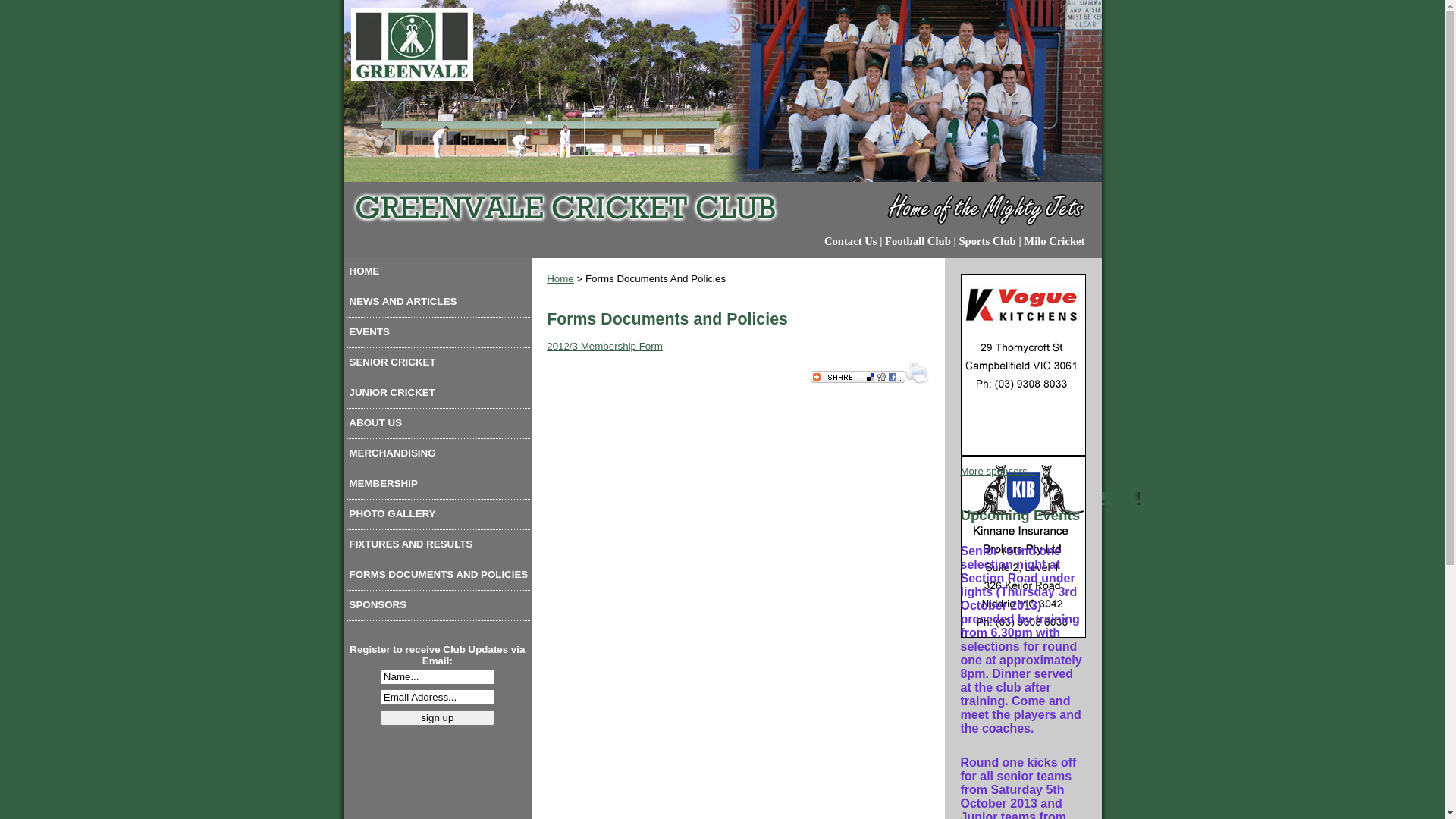 The width and height of the screenshot is (1456, 819). I want to click on 'EVENTS', so click(438, 334).